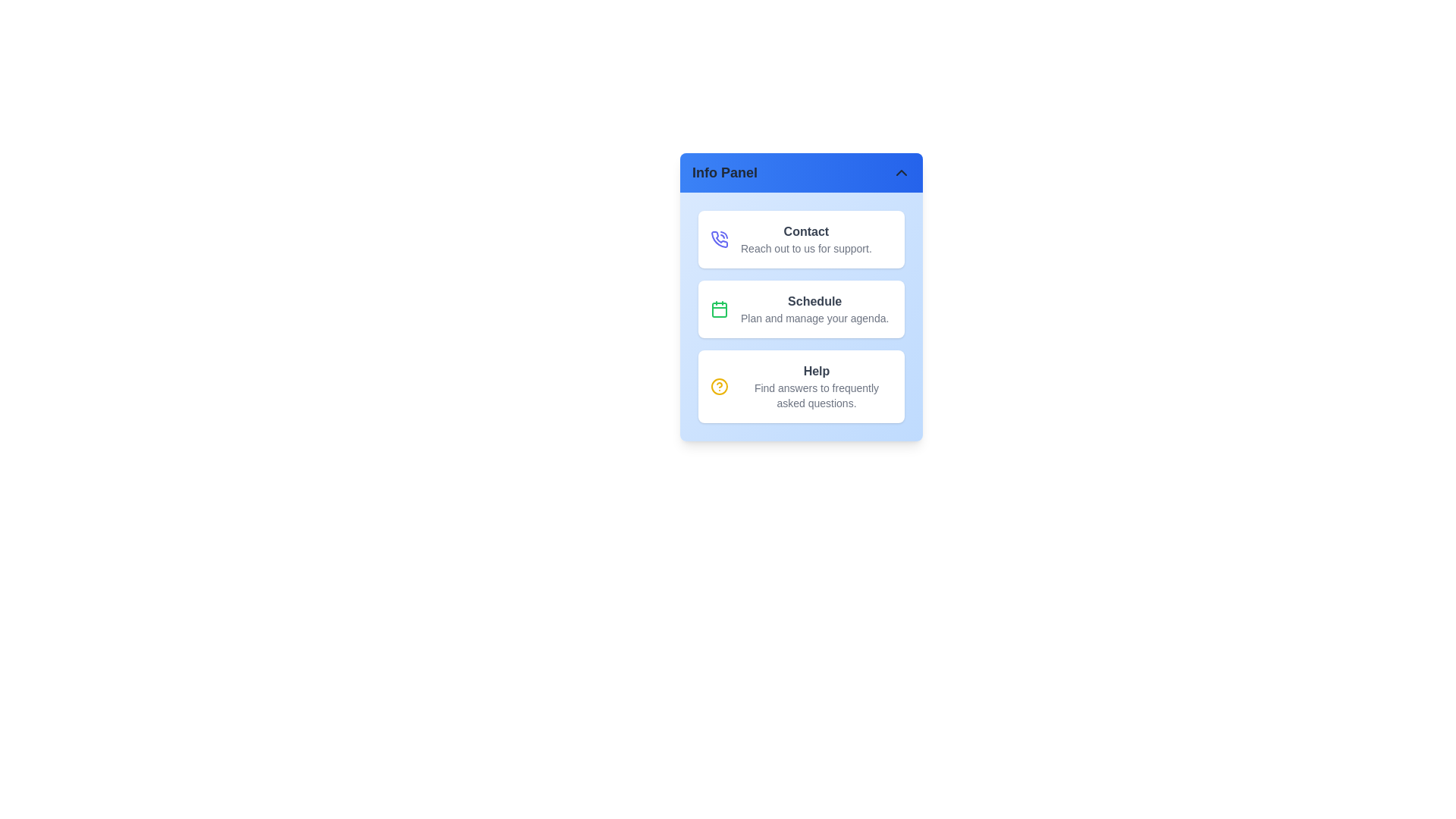 Image resolution: width=1456 pixels, height=819 pixels. What do you see at coordinates (800, 239) in the screenshot?
I see `the Contact item in the info panel` at bounding box center [800, 239].